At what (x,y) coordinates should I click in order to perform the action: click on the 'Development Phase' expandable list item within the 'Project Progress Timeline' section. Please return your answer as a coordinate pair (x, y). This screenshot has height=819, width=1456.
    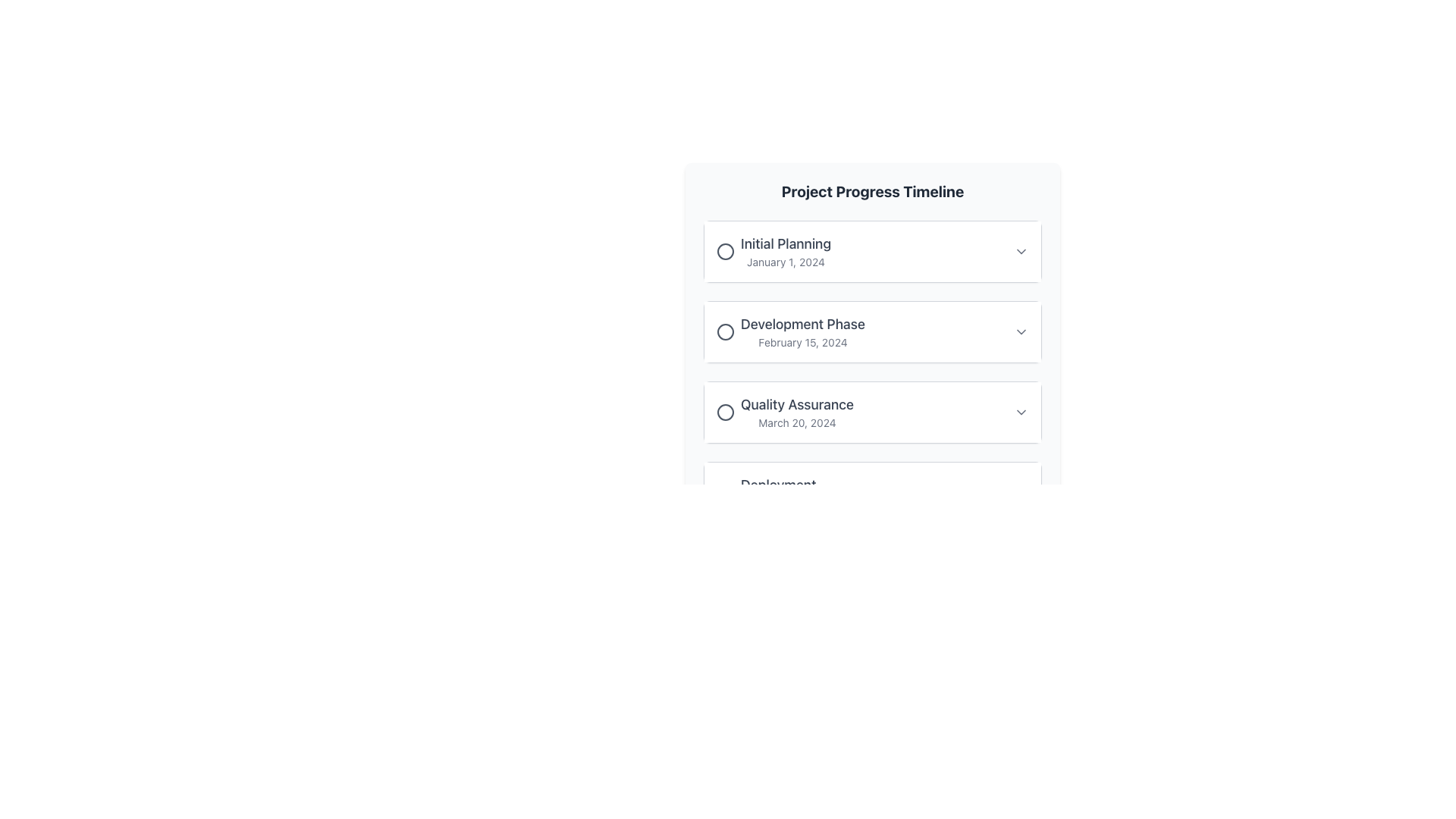
    Looking at the image, I should click on (873, 331).